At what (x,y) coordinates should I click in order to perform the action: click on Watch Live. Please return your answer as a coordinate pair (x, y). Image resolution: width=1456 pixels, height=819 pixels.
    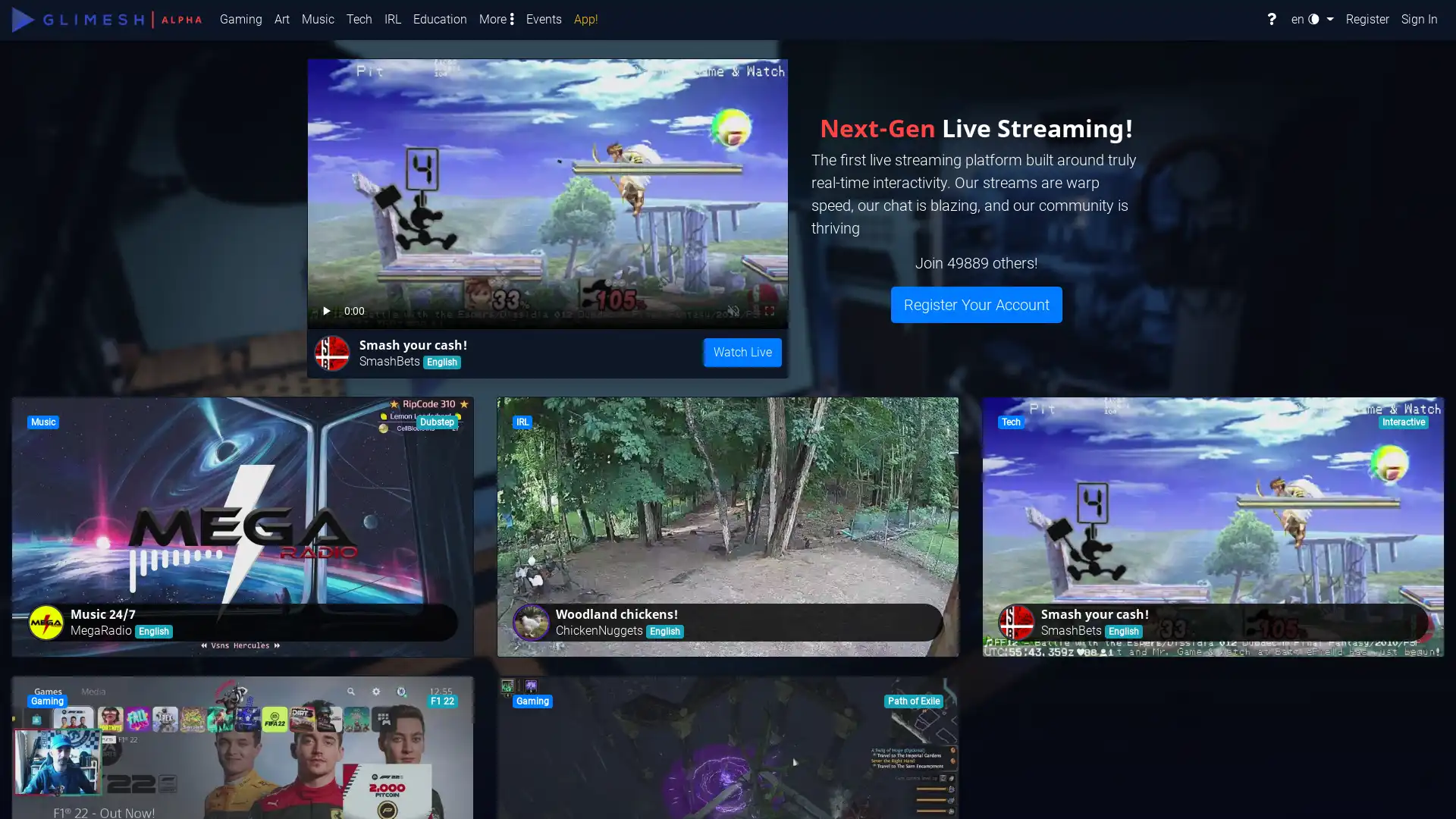
    Looking at the image, I should click on (742, 353).